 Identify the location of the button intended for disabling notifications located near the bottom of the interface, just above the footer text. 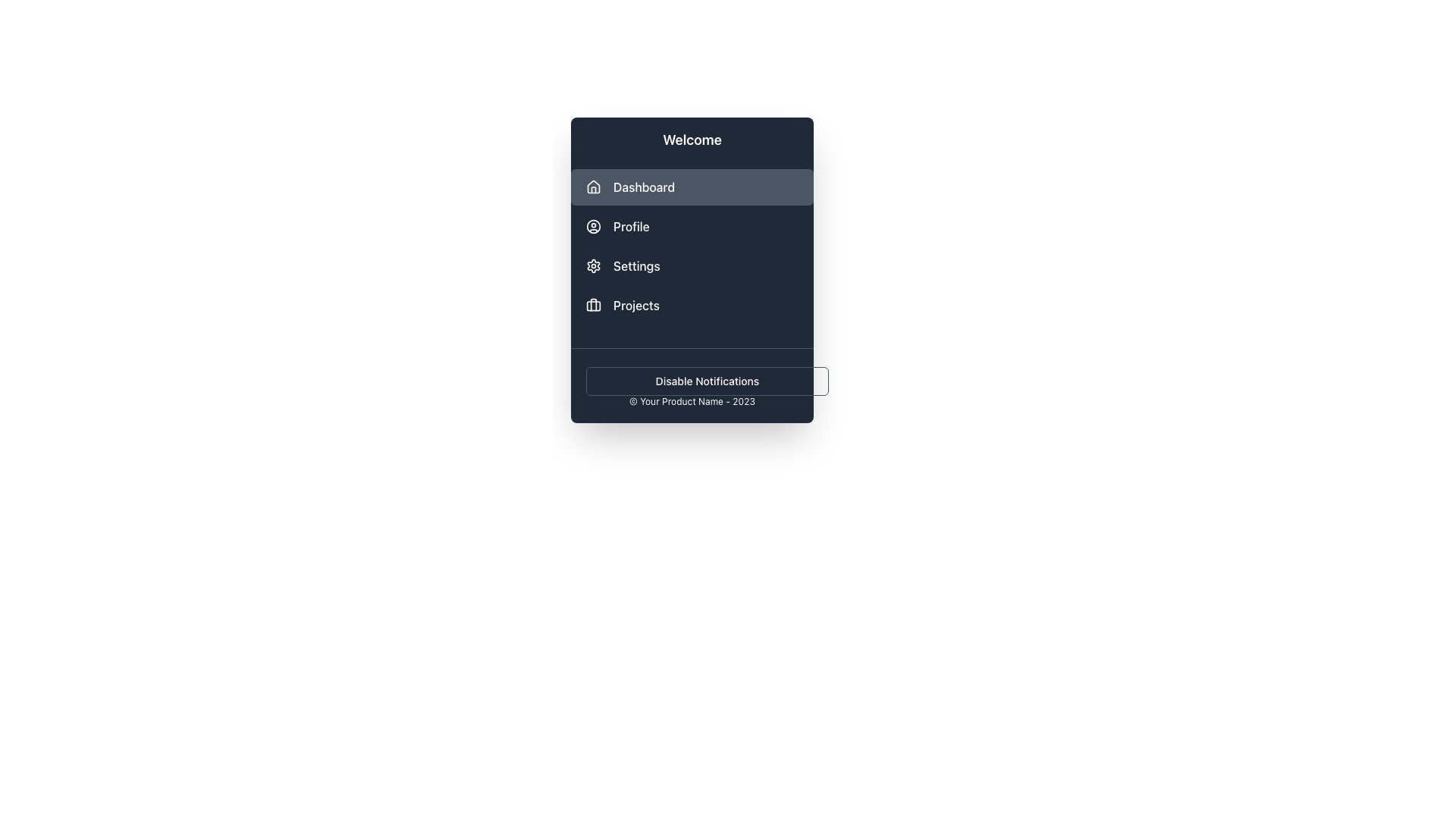
(691, 372).